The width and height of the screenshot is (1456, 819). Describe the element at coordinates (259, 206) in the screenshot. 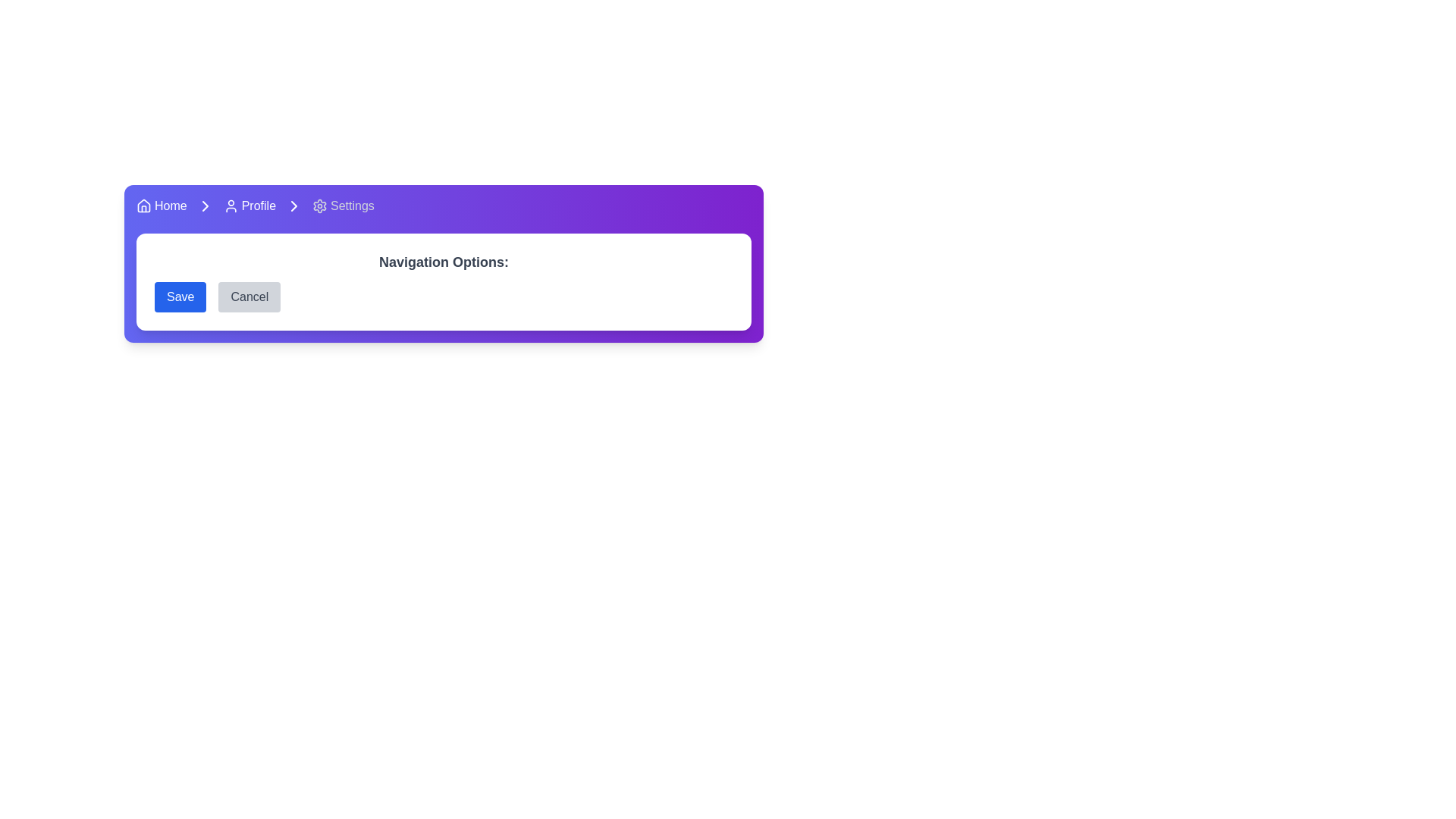

I see `the 'Profile' text label in the main navigation bar to check if it highlights` at that location.